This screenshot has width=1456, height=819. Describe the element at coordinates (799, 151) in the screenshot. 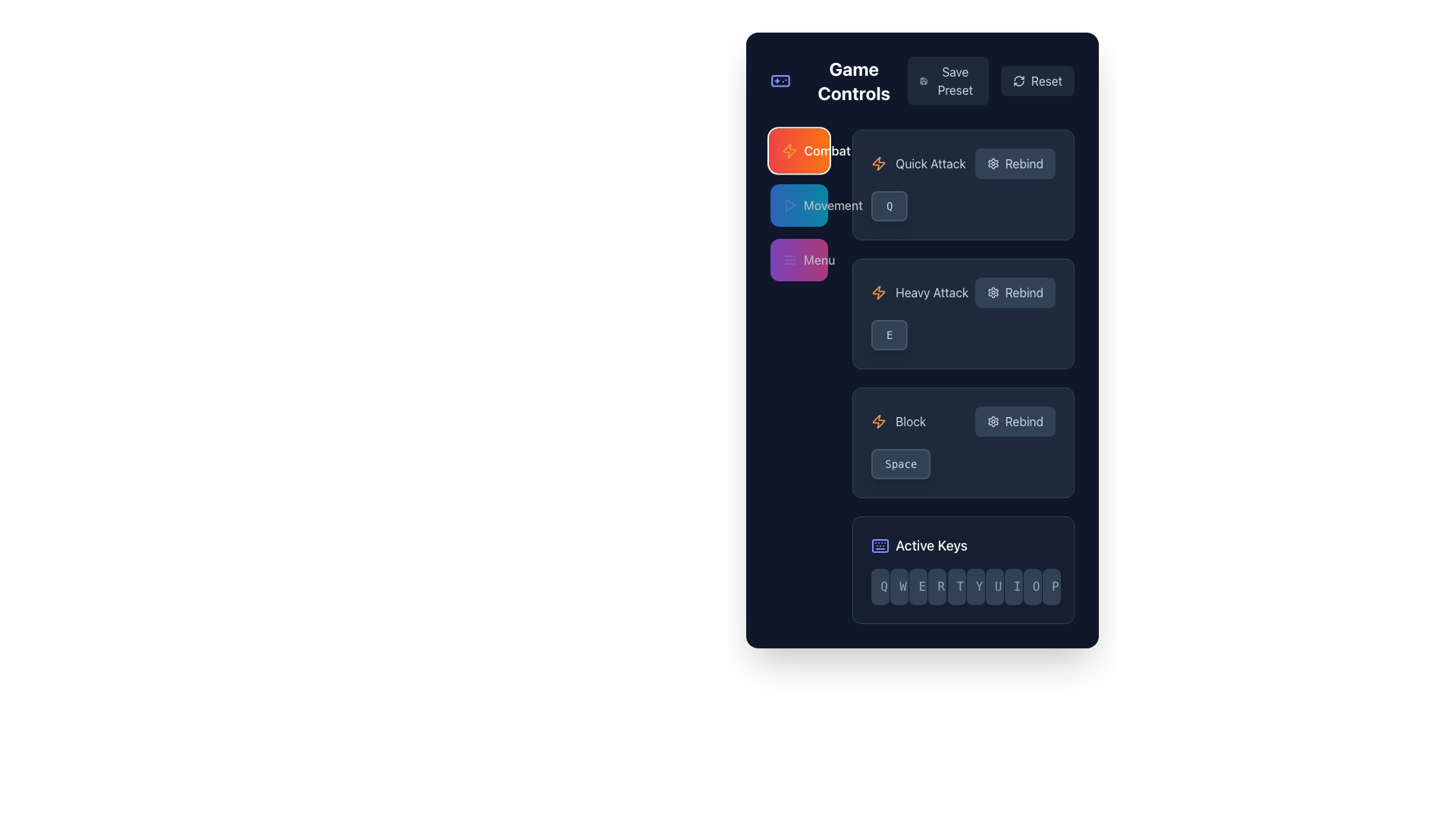

I see `the 'Combat' button, which is a rectangular button with a gradient background from red to orange, featuring a lightning bolt icon and white capitalized text centrally located, positioned under the 'Game Controls' section` at that location.